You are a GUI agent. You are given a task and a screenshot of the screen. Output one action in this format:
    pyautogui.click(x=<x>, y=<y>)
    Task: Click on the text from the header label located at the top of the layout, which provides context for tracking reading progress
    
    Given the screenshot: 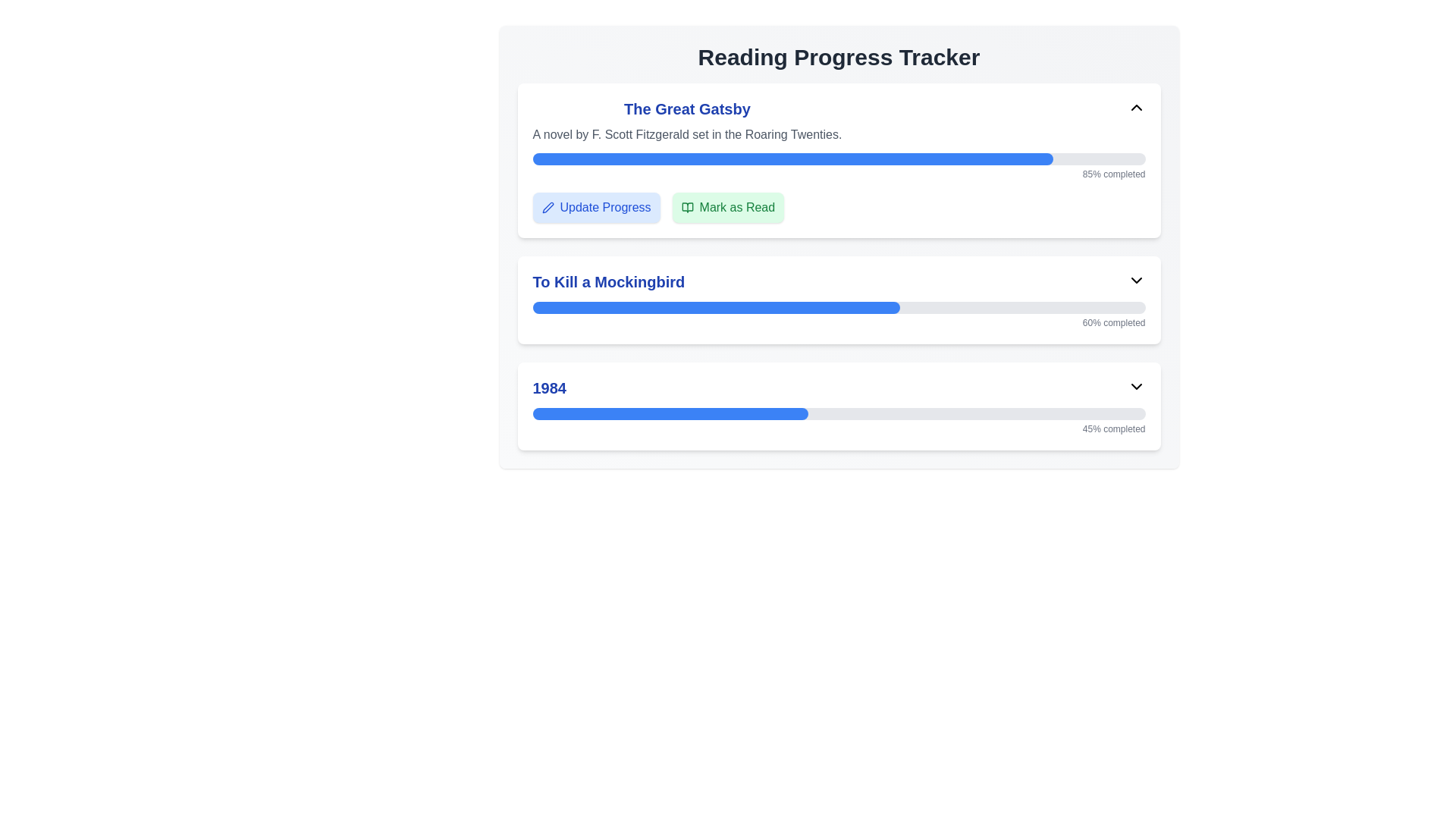 What is the action you would take?
    pyautogui.click(x=838, y=57)
    